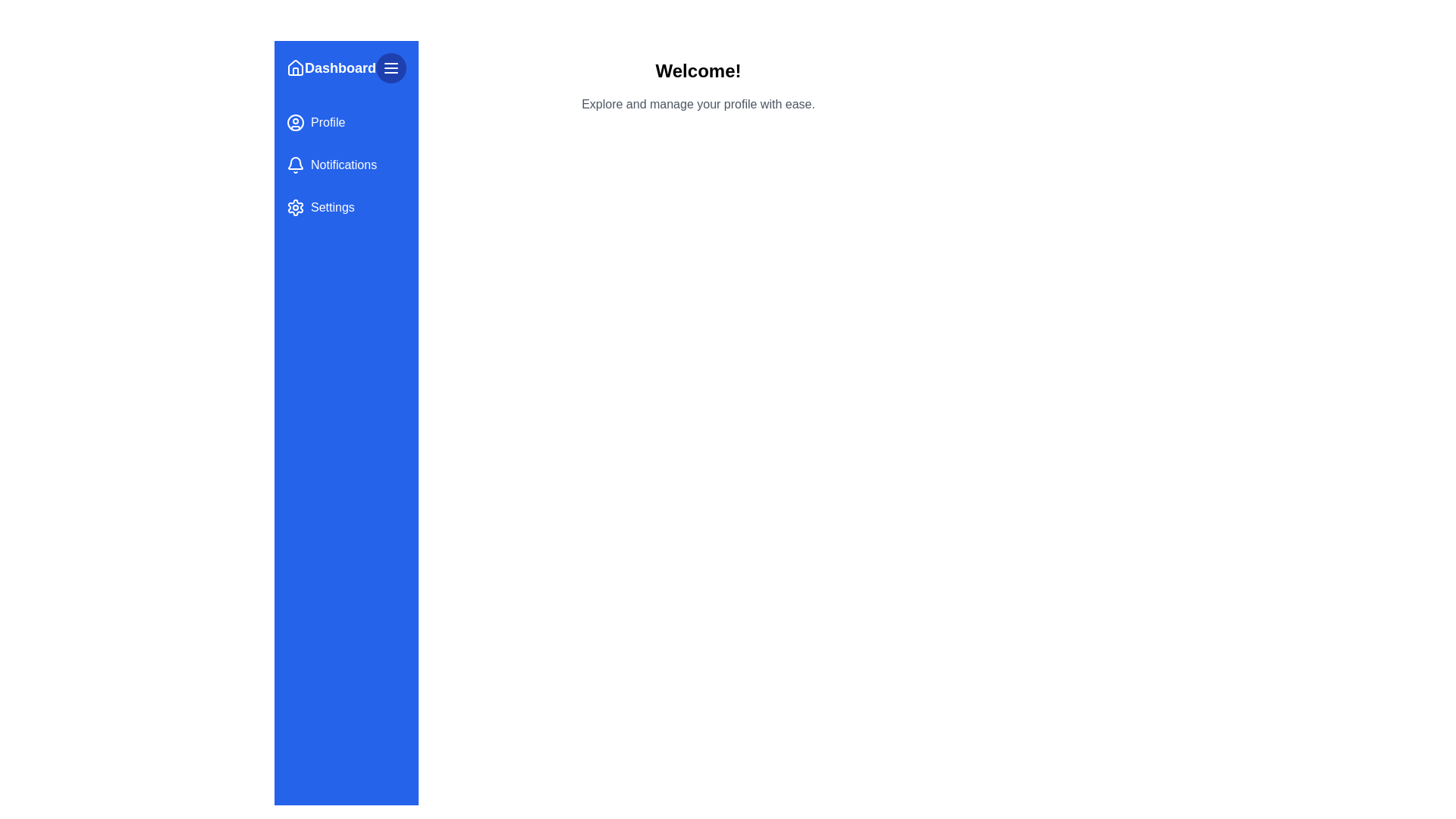 This screenshot has height=819, width=1456. What do you see at coordinates (295, 165) in the screenshot?
I see `the bell SVG icon in the sidebar menu that represents notifications` at bounding box center [295, 165].